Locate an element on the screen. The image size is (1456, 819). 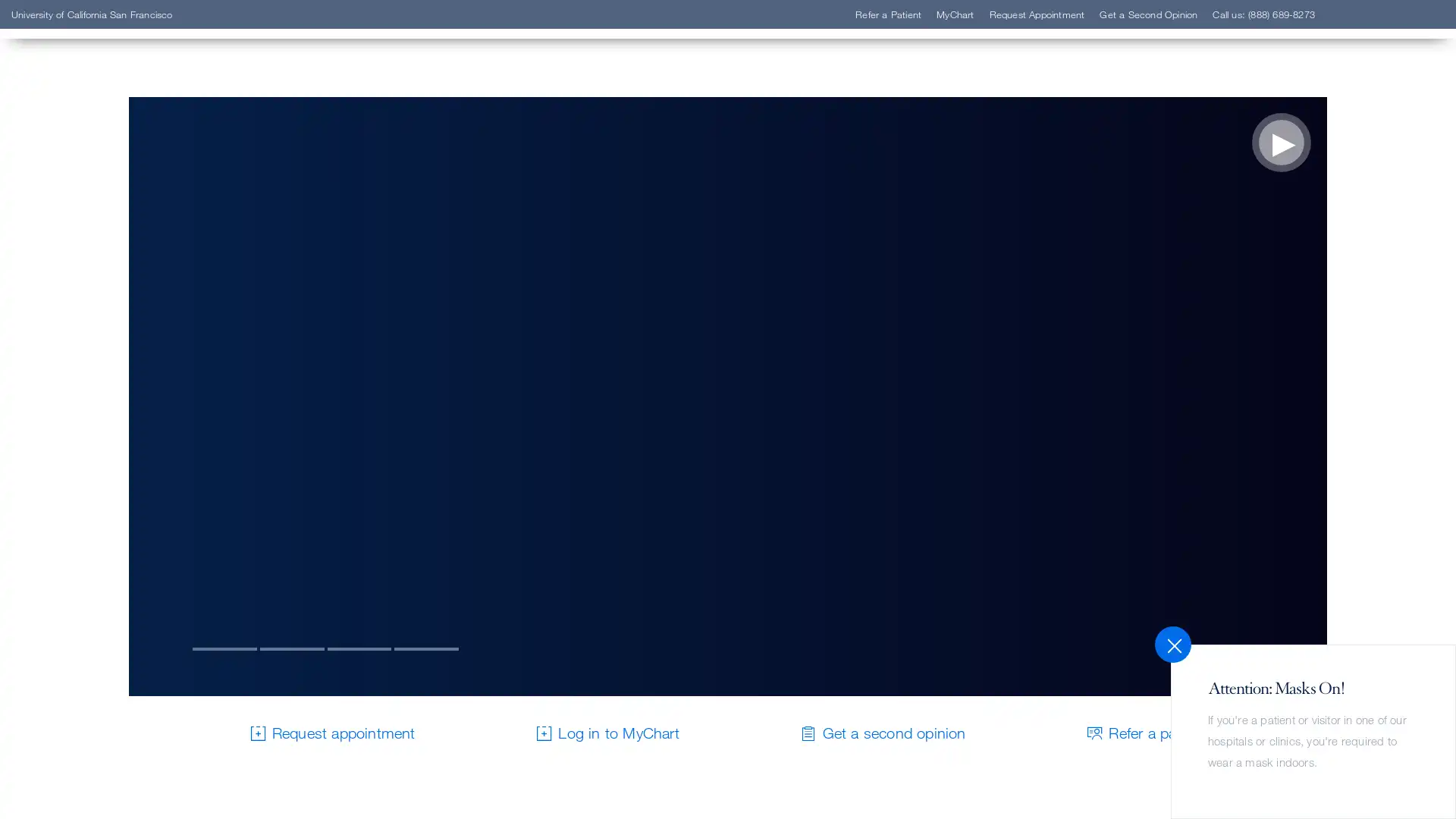
Locations & Directions is located at coordinates (135, 336).